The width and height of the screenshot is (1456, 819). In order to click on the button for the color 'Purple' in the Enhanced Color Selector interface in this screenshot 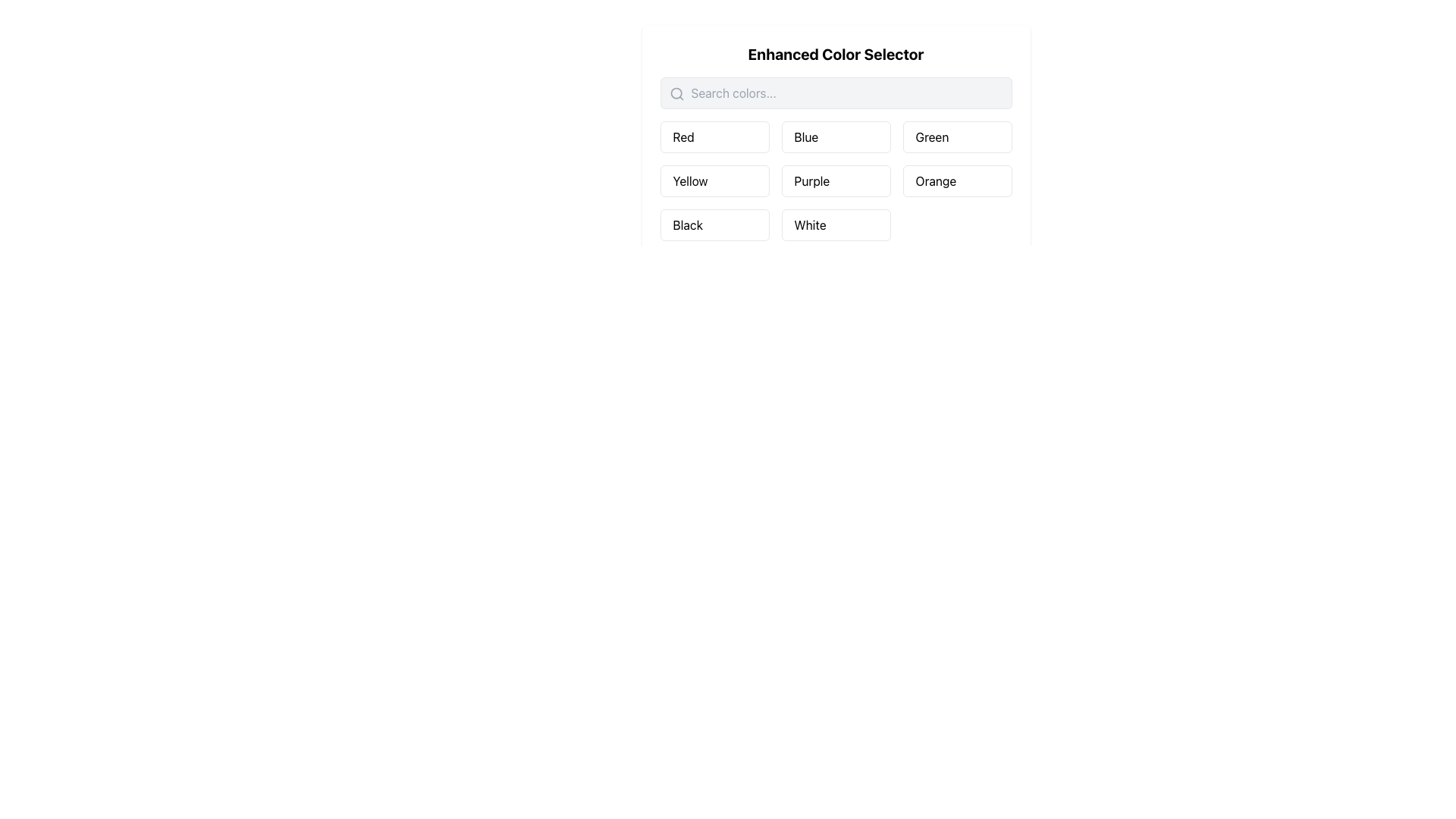, I will do `click(835, 165)`.